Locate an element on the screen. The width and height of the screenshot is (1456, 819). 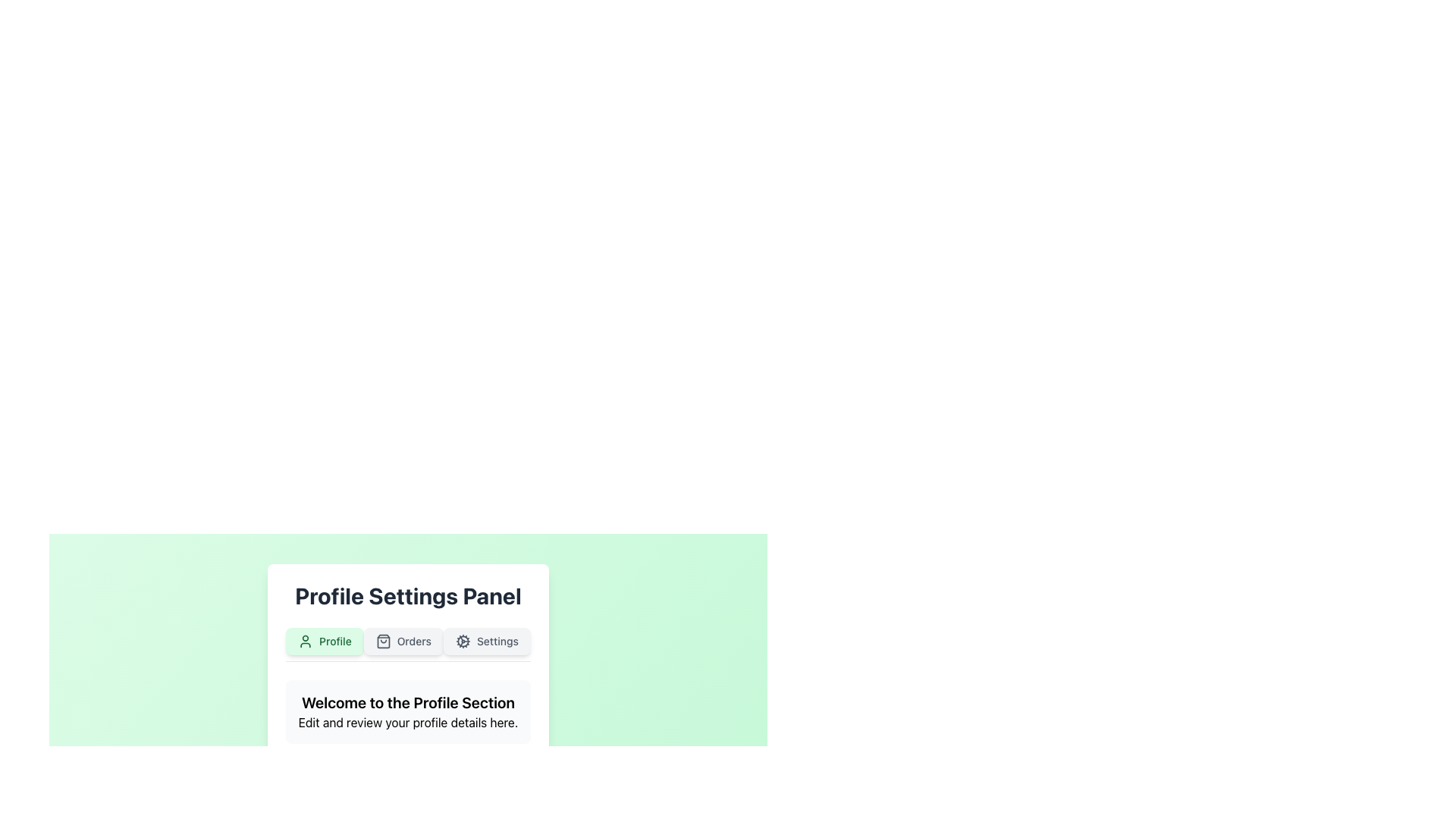
the introductory text block in the Profile Settings Panel that guides users to edit and review their profile details is located at coordinates (408, 711).